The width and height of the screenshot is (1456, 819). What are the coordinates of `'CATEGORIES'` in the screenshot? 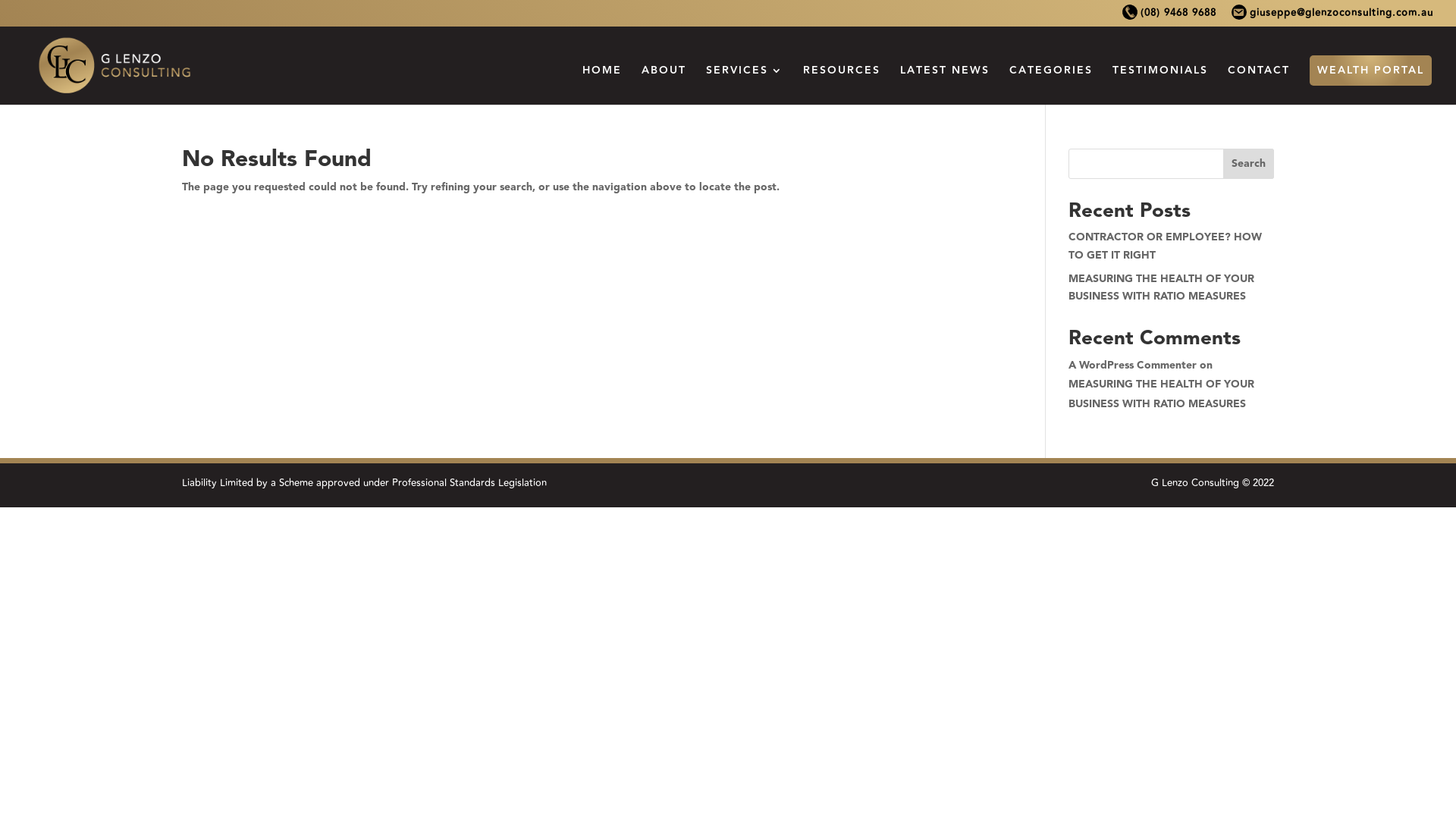 It's located at (1050, 84).